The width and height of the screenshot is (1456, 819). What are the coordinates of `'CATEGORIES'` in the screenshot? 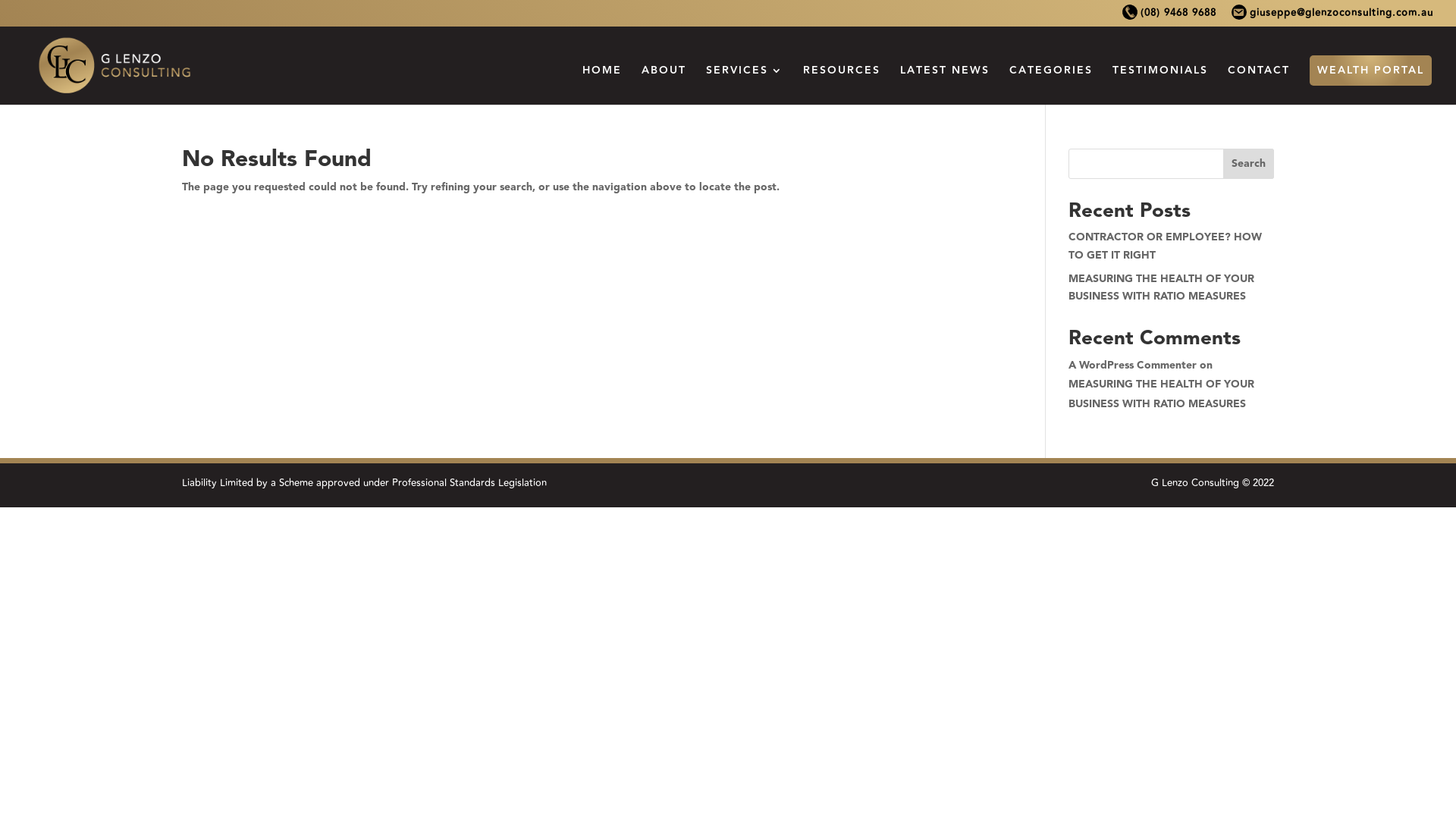 It's located at (1050, 84).